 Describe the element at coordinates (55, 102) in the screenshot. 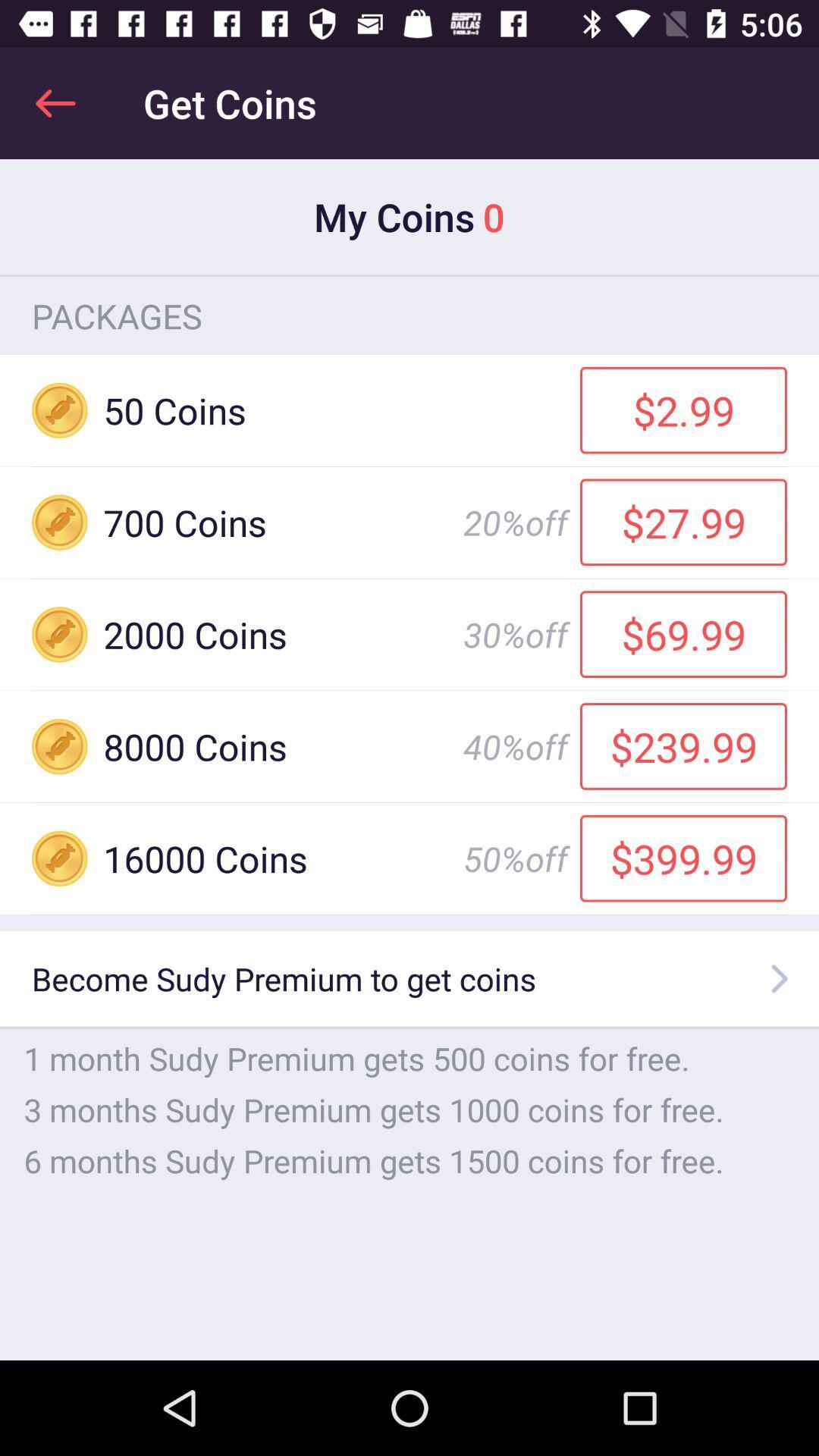

I see `back` at that location.